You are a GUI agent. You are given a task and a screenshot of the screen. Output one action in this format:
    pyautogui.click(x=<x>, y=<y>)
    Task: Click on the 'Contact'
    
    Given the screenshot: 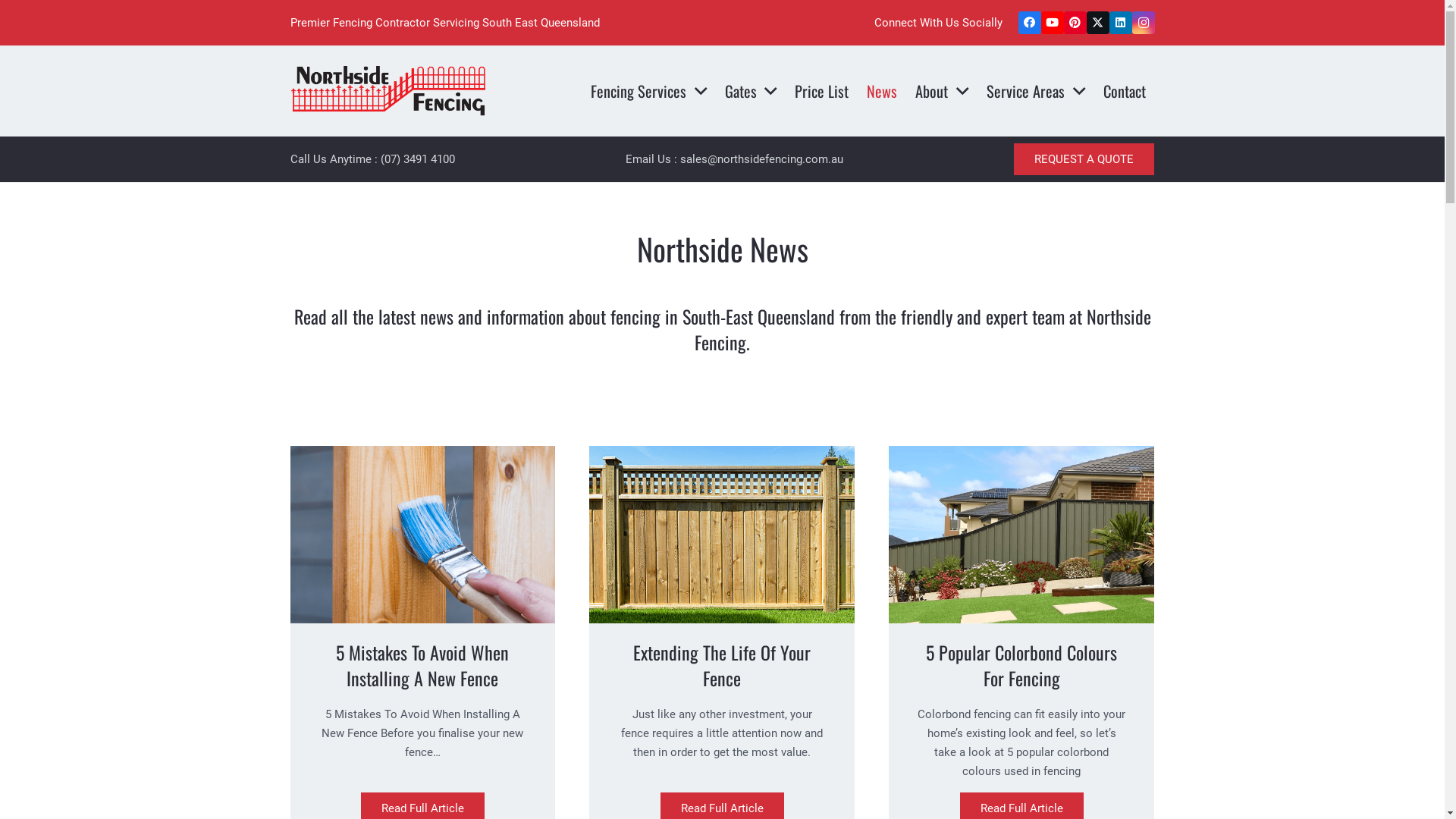 What is the action you would take?
    pyautogui.click(x=1094, y=90)
    